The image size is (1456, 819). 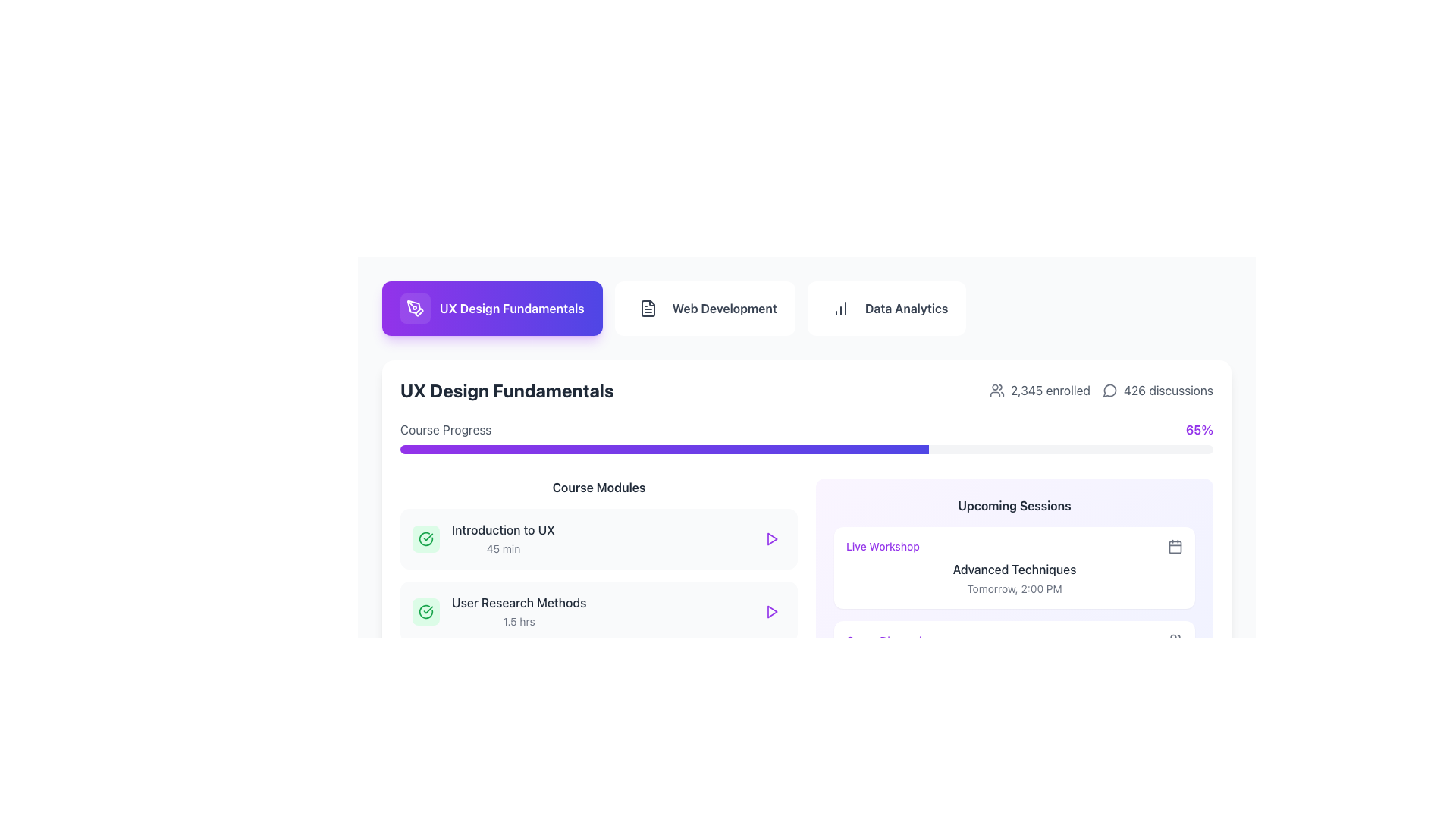 What do you see at coordinates (704, 308) in the screenshot?
I see `the 'Web Development' button, which is a rounded rectangular button with a white background and dark gray text, located between the 'UX Design Fundamentals' and 'Data Analytics' buttons` at bounding box center [704, 308].